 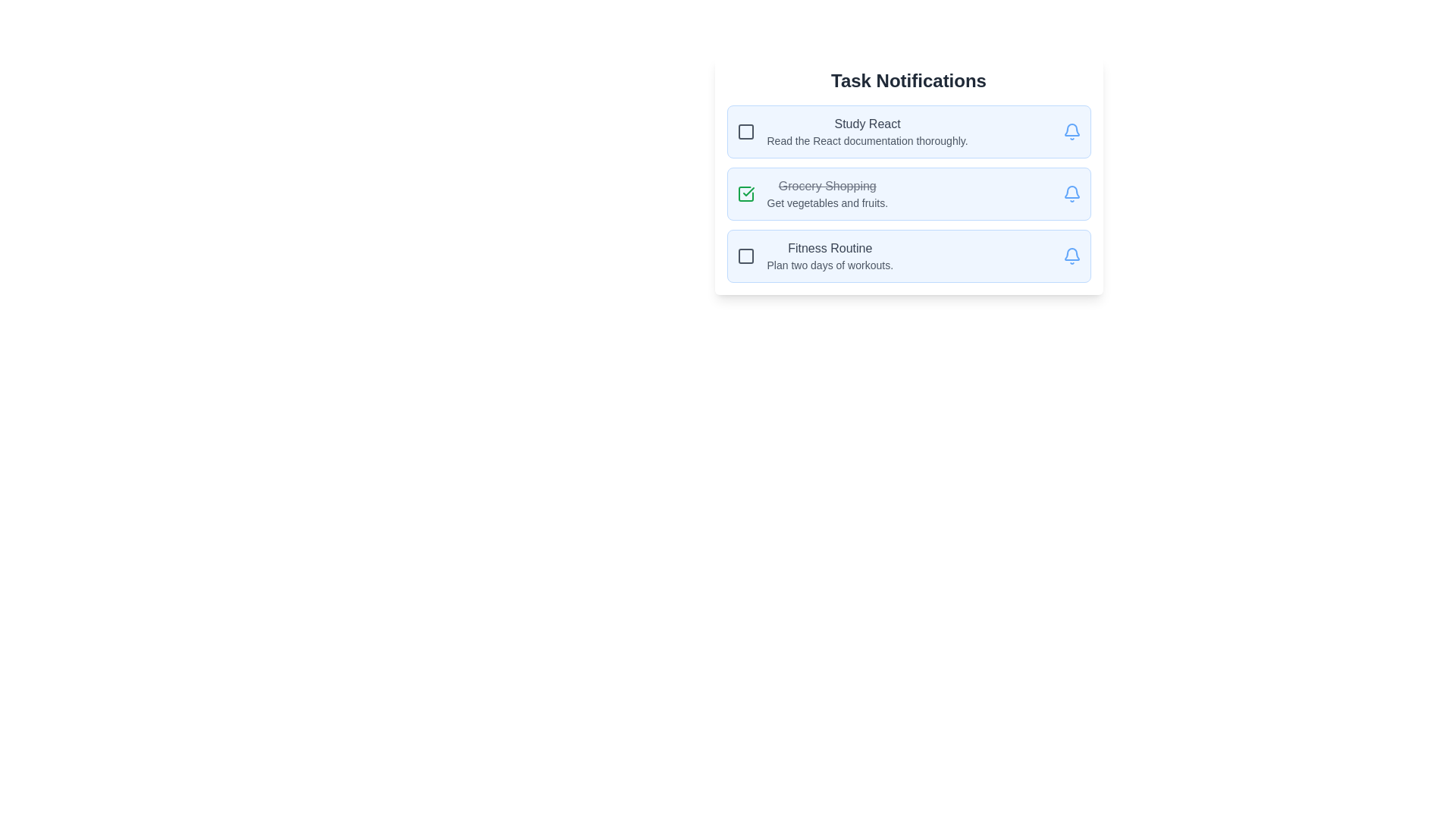 What do you see at coordinates (1071, 193) in the screenshot?
I see `the blue bell icon for notifications located on the far right of the 'Grocery Shopping' component` at bounding box center [1071, 193].